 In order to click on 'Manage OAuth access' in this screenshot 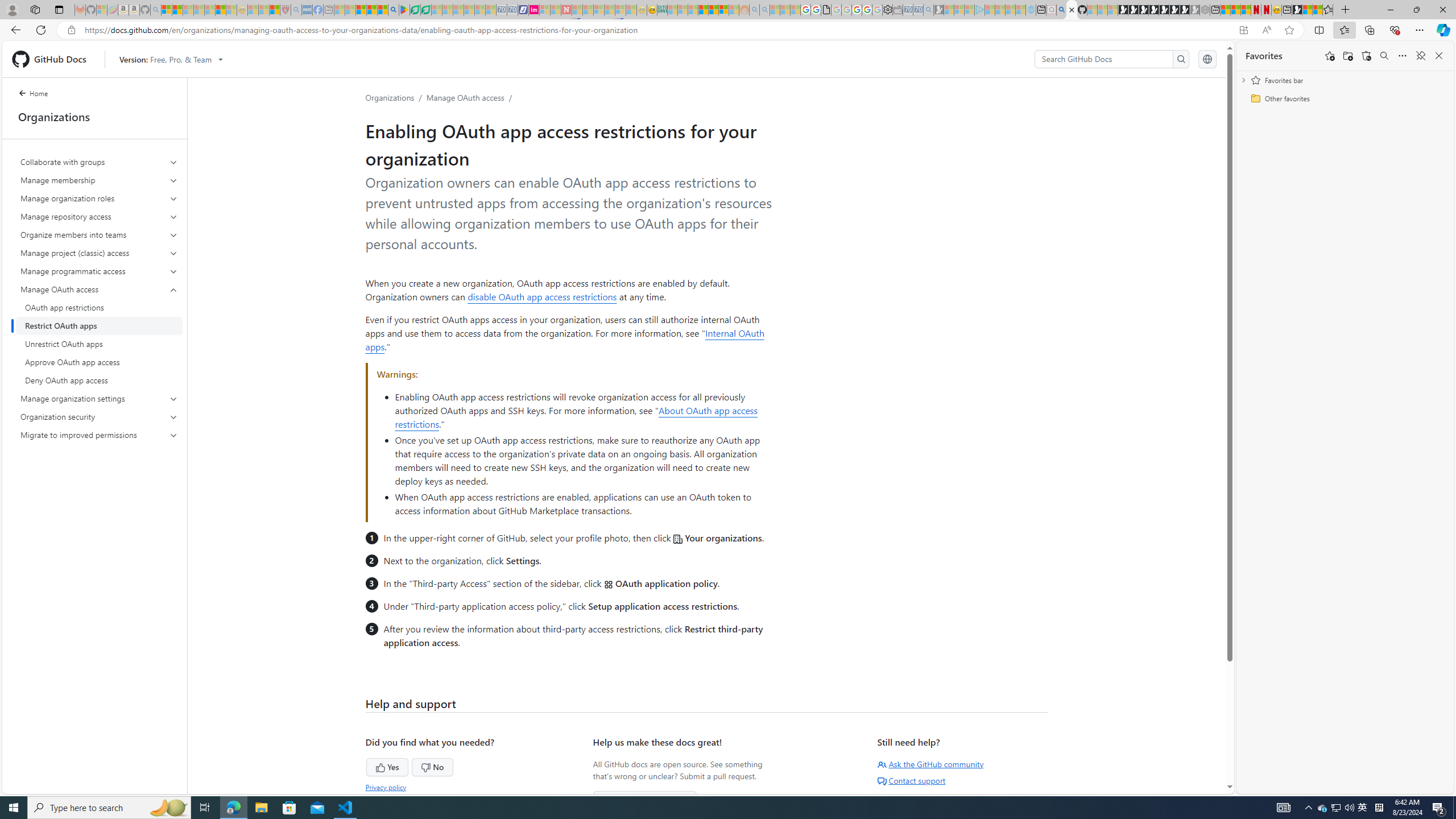, I will do `click(464, 97)`.